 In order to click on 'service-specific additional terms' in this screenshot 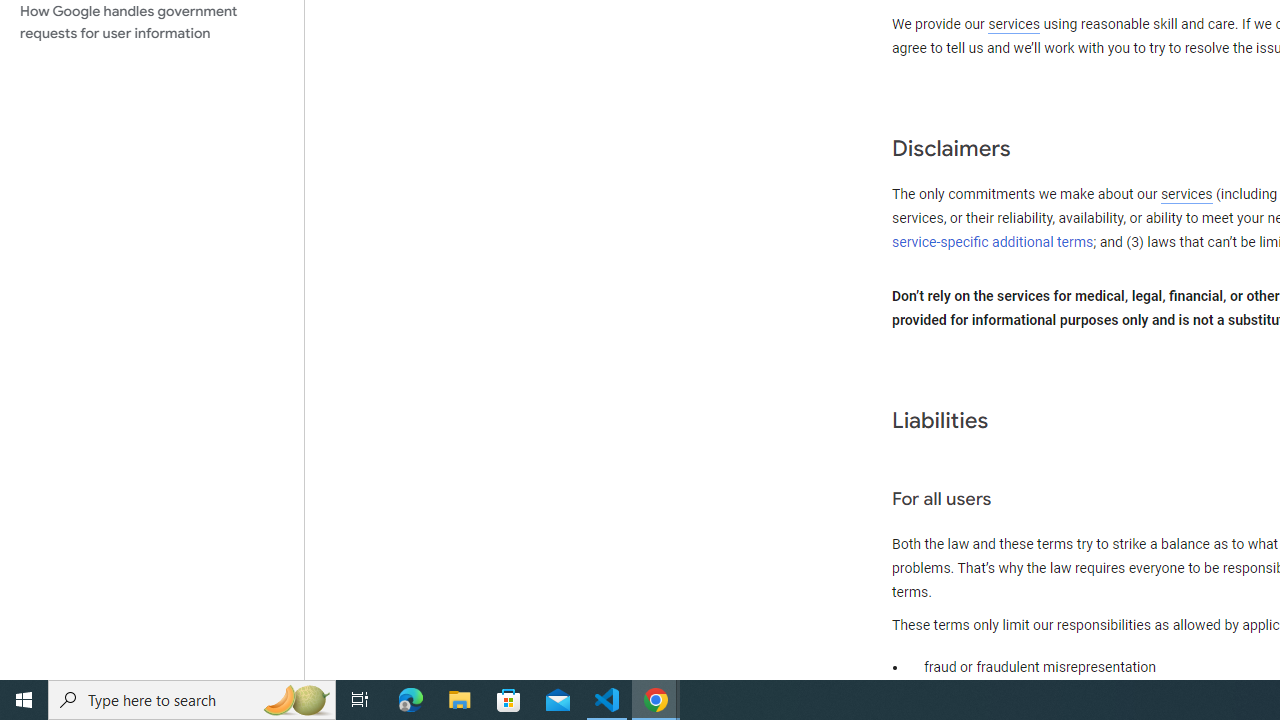, I will do `click(993, 241)`.